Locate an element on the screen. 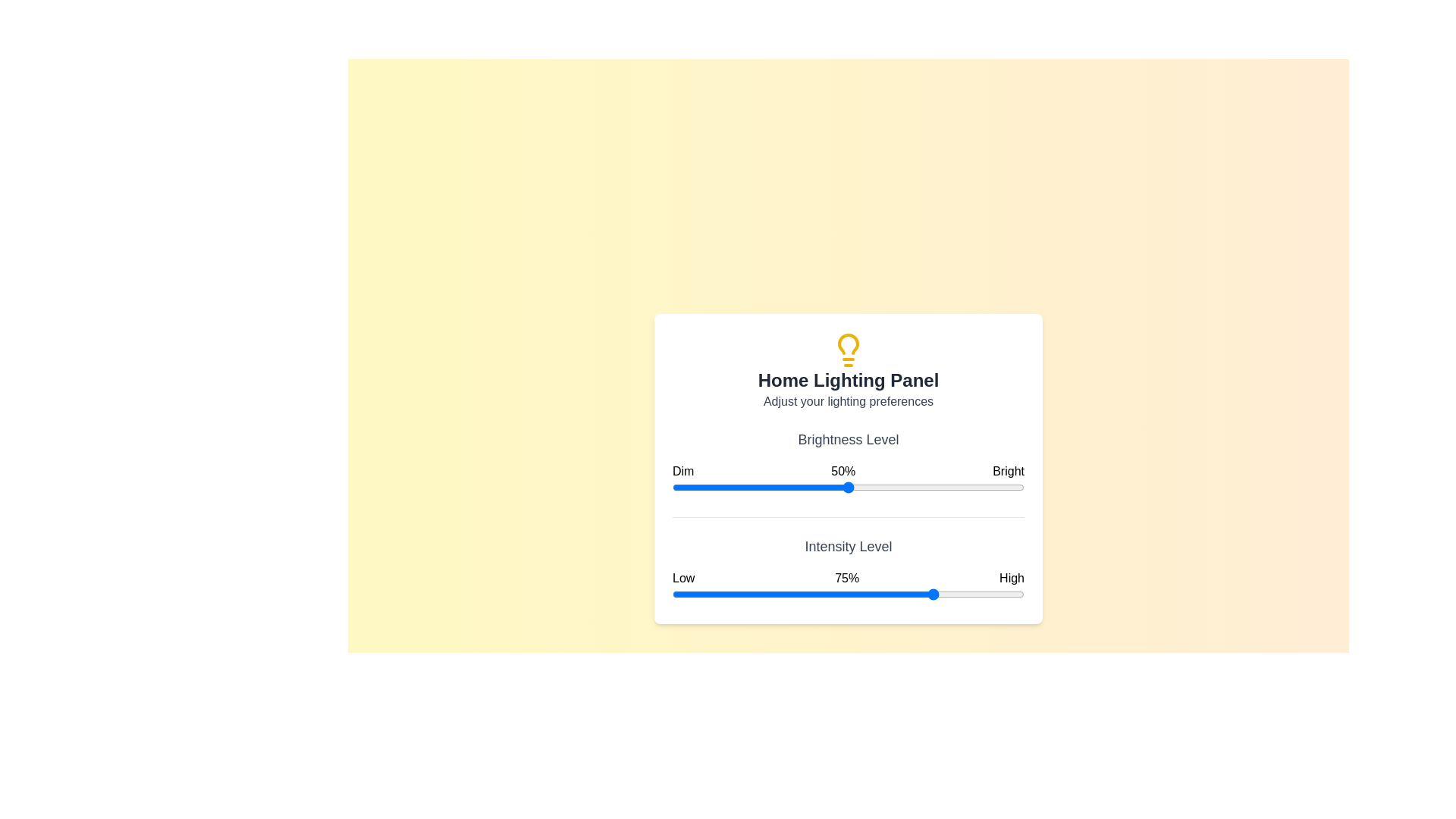  the brightness level is located at coordinates (689, 487).